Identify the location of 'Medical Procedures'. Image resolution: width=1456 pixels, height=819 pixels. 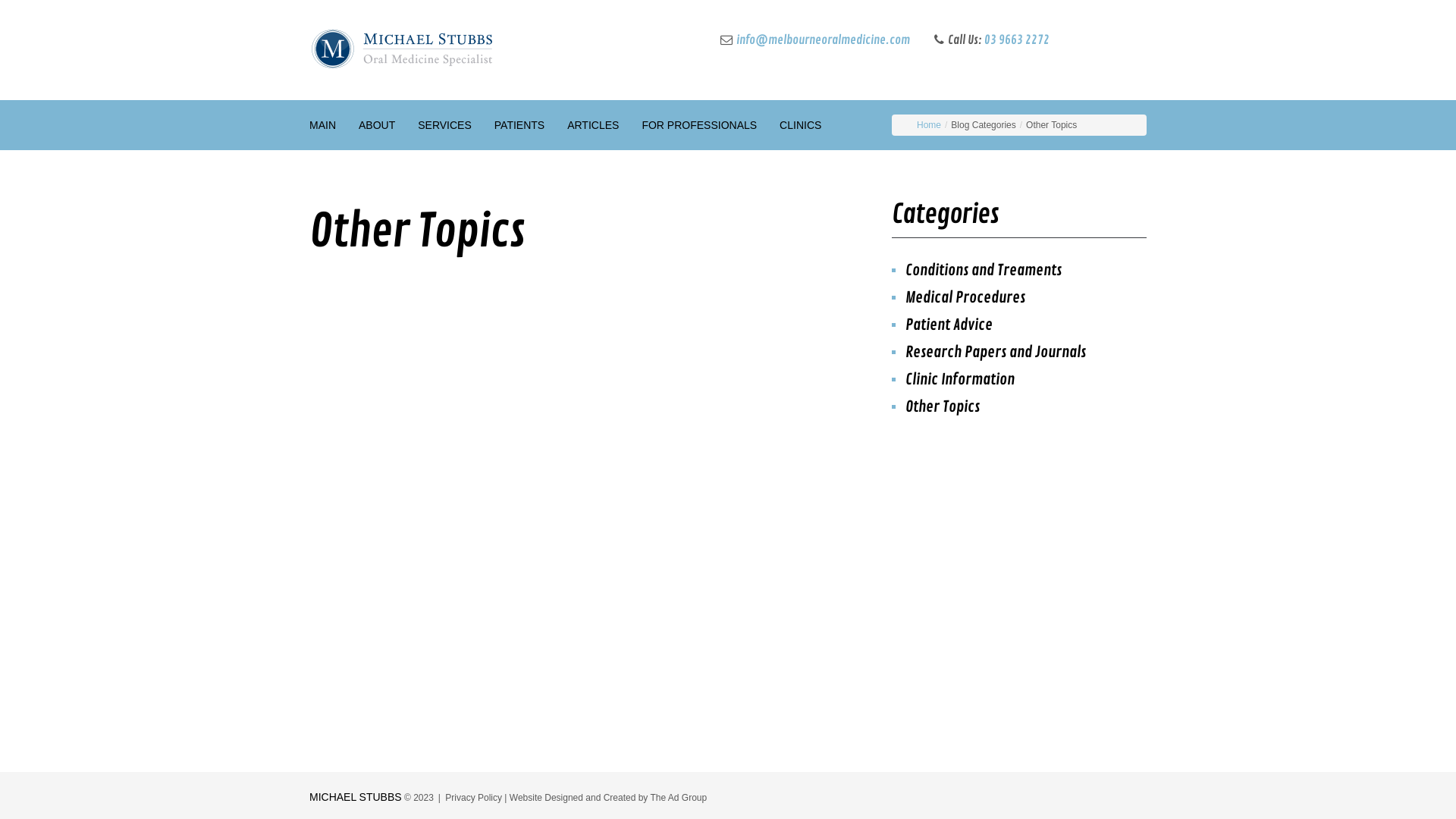
(964, 297).